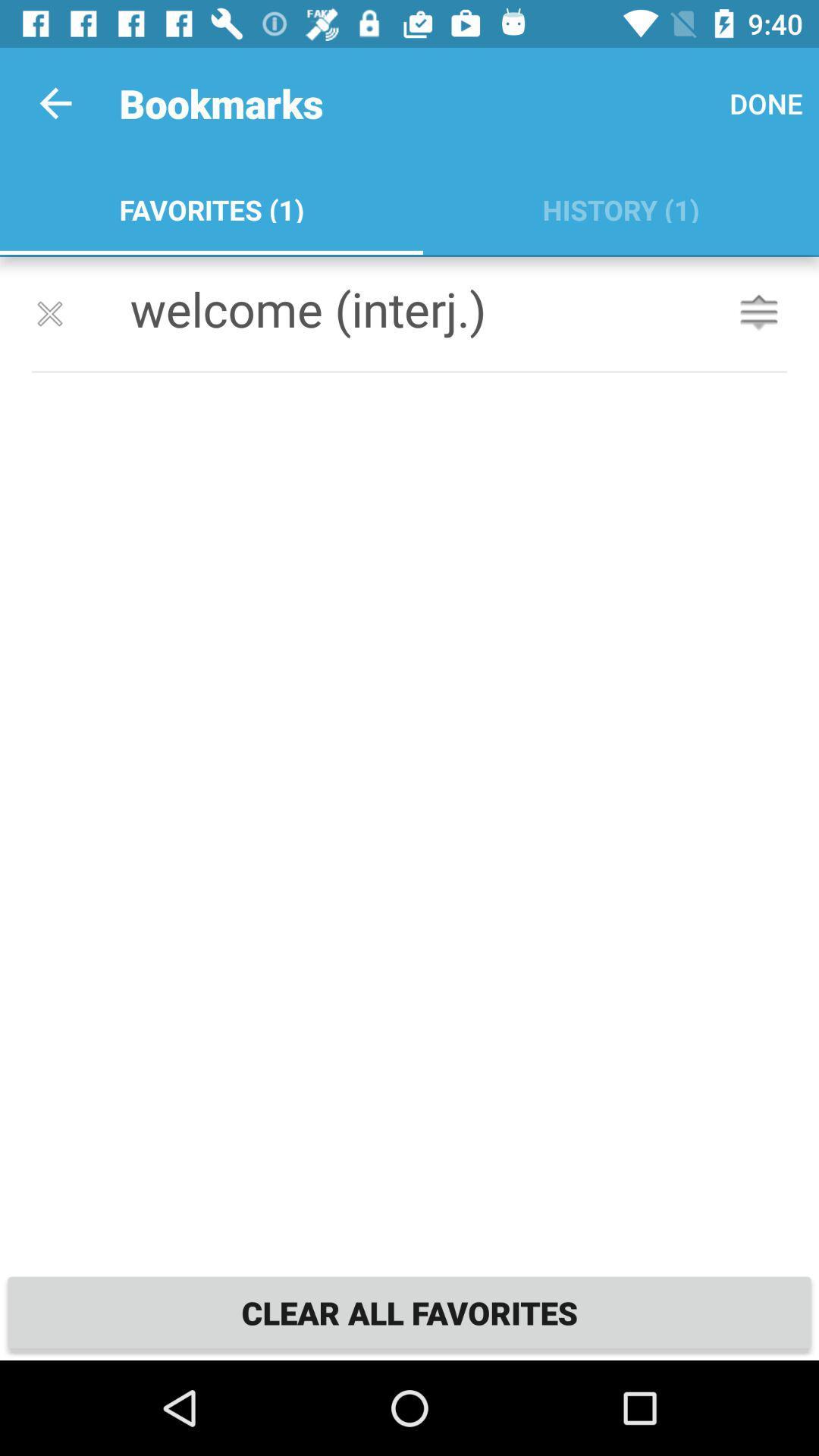 The height and width of the screenshot is (1456, 819). What do you see at coordinates (620, 206) in the screenshot?
I see `app next to the favorites (1)` at bounding box center [620, 206].